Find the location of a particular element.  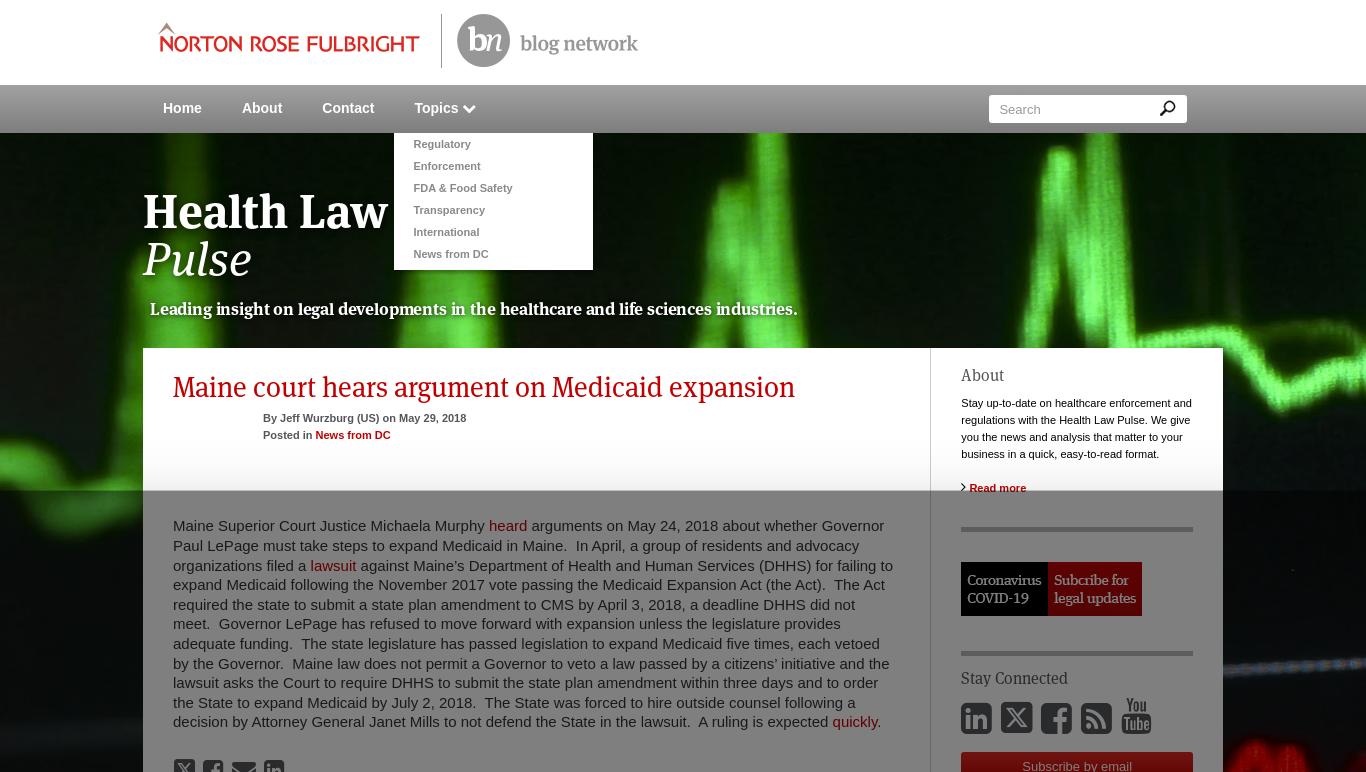

'FDA & Food Safety' is located at coordinates (411, 186).